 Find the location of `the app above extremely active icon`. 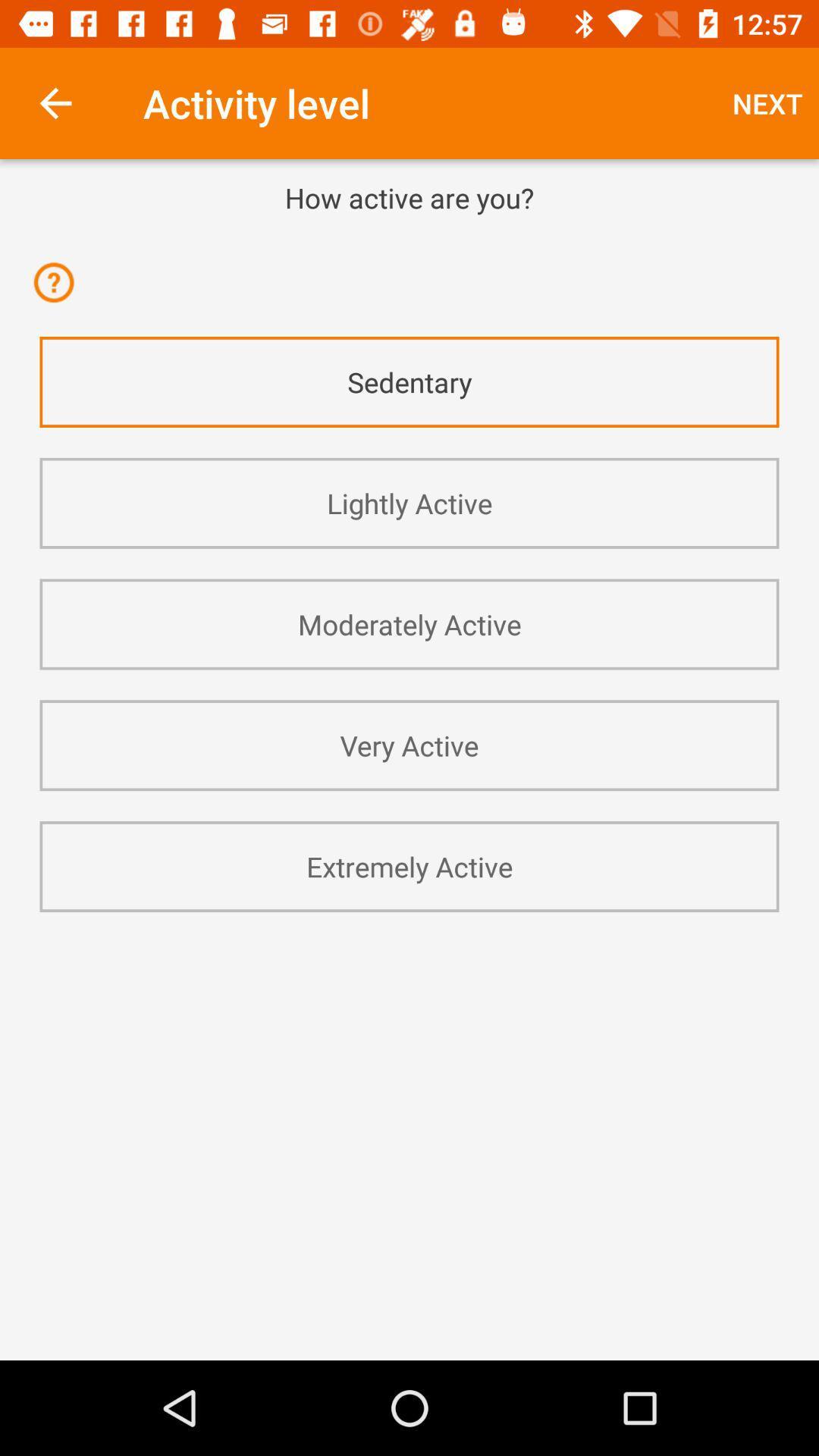

the app above extremely active icon is located at coordinates (409, 745).